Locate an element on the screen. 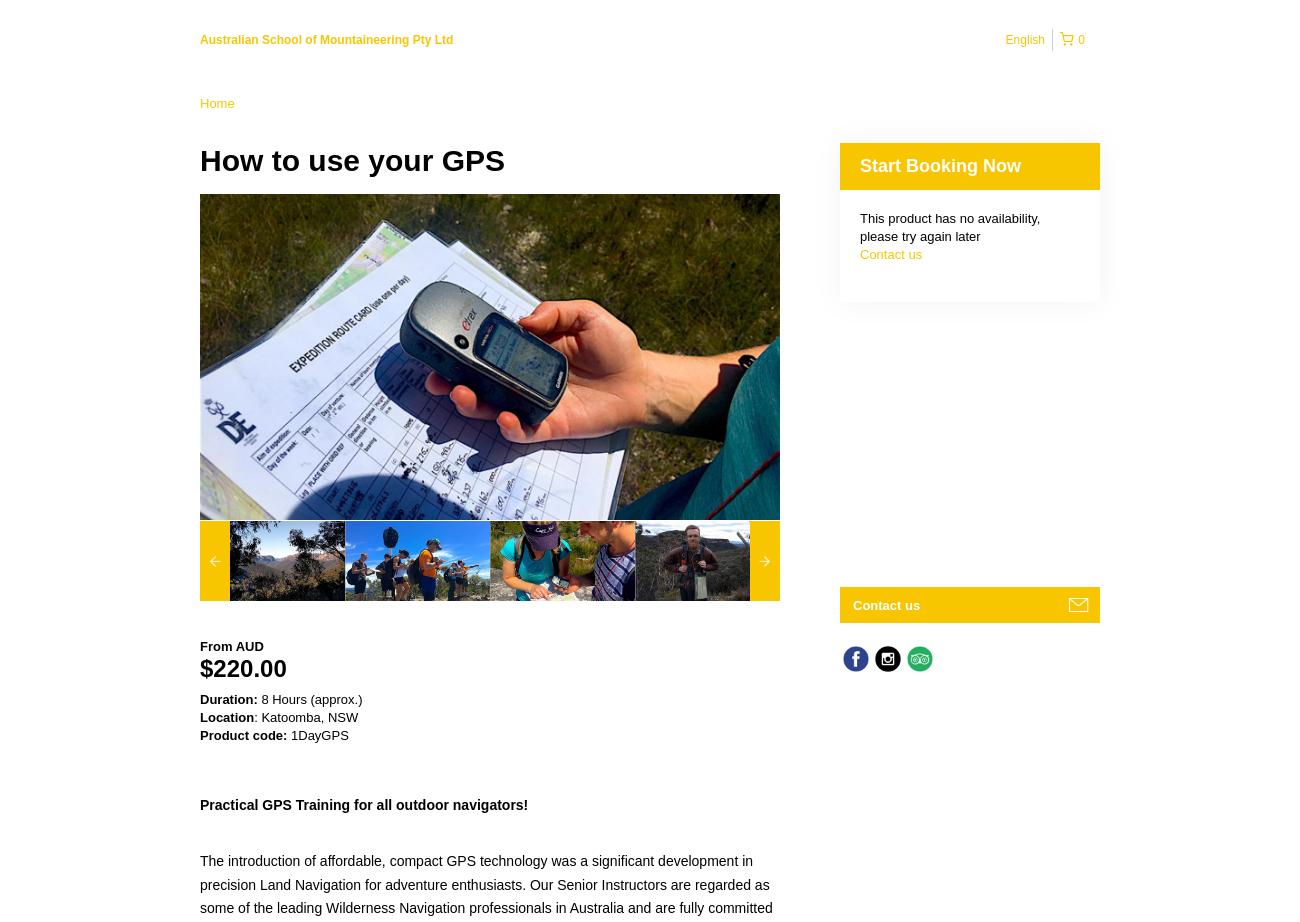 The height and width of the screenshot is (922, 1300). 'Start Booking Now' is located at coordinates (940, 165).